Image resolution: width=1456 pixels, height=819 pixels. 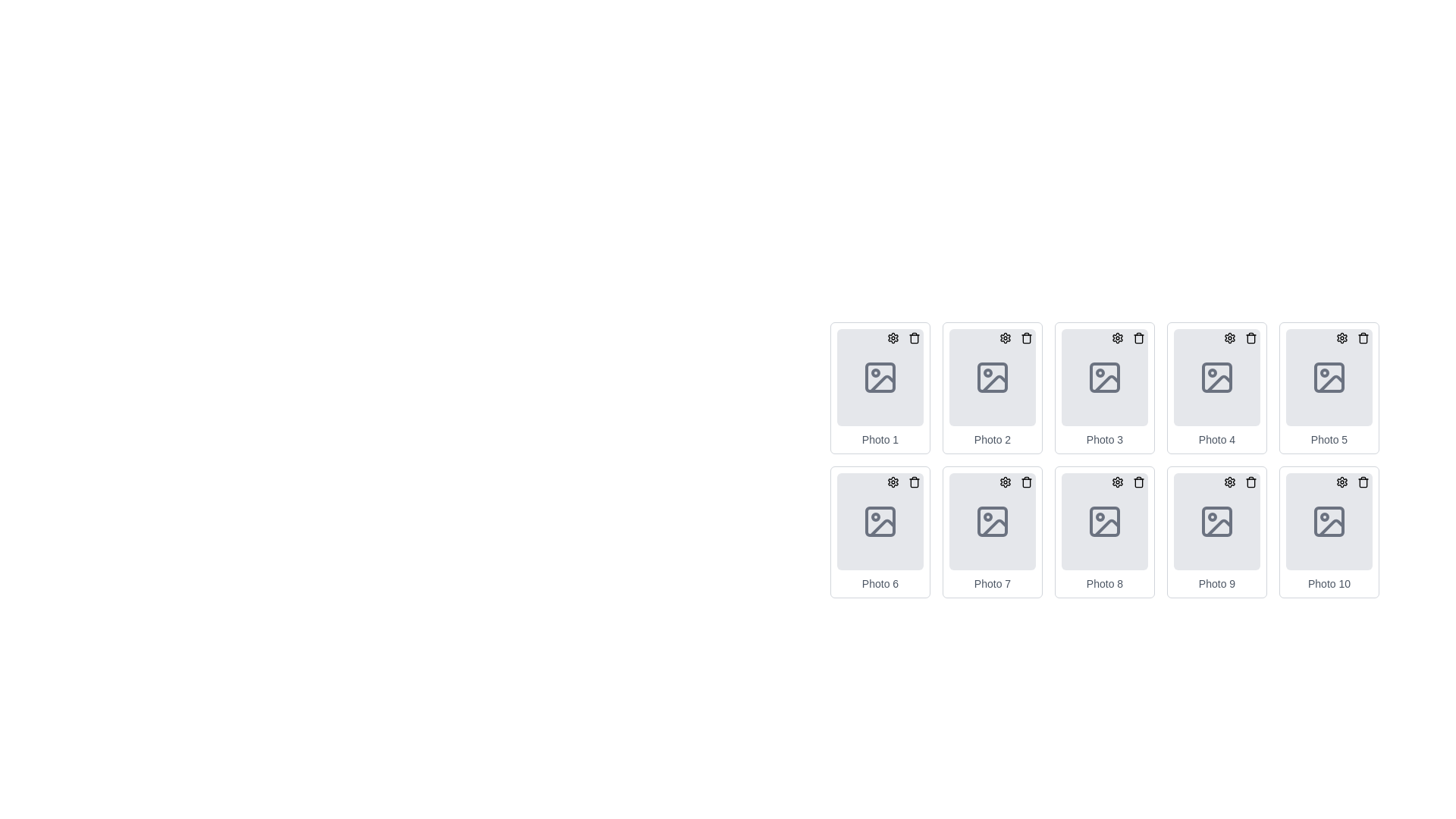 I want to click on the delete icon styled as a trash can located in the top-right corner of the seventh photo in the grid layout, so click(x=1026, y=482).